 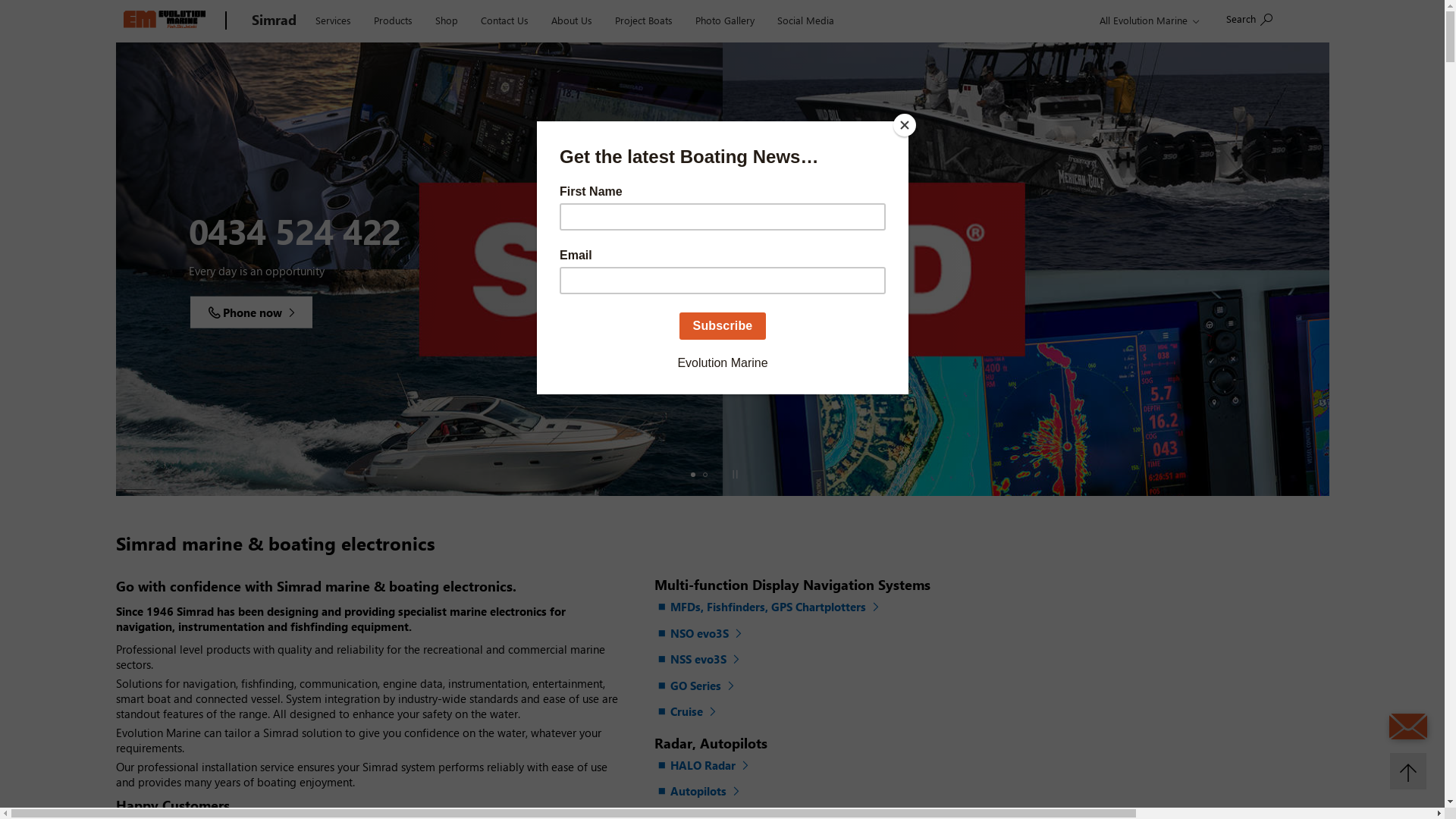 I want to click on 'Project Boats', so click(x=644, y=18).